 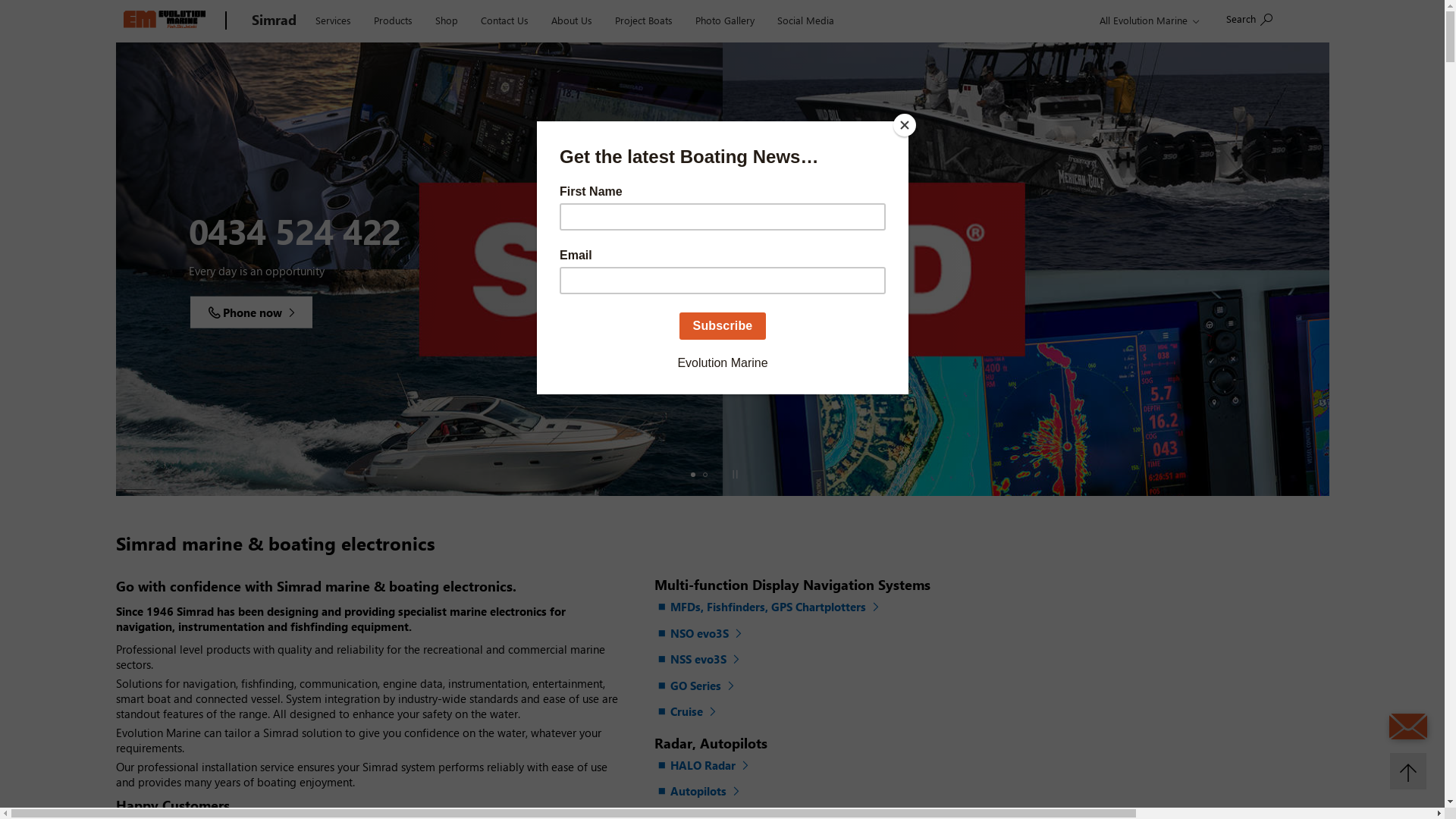 I want to click on 'Project Boats', so click(x=644, y=18).